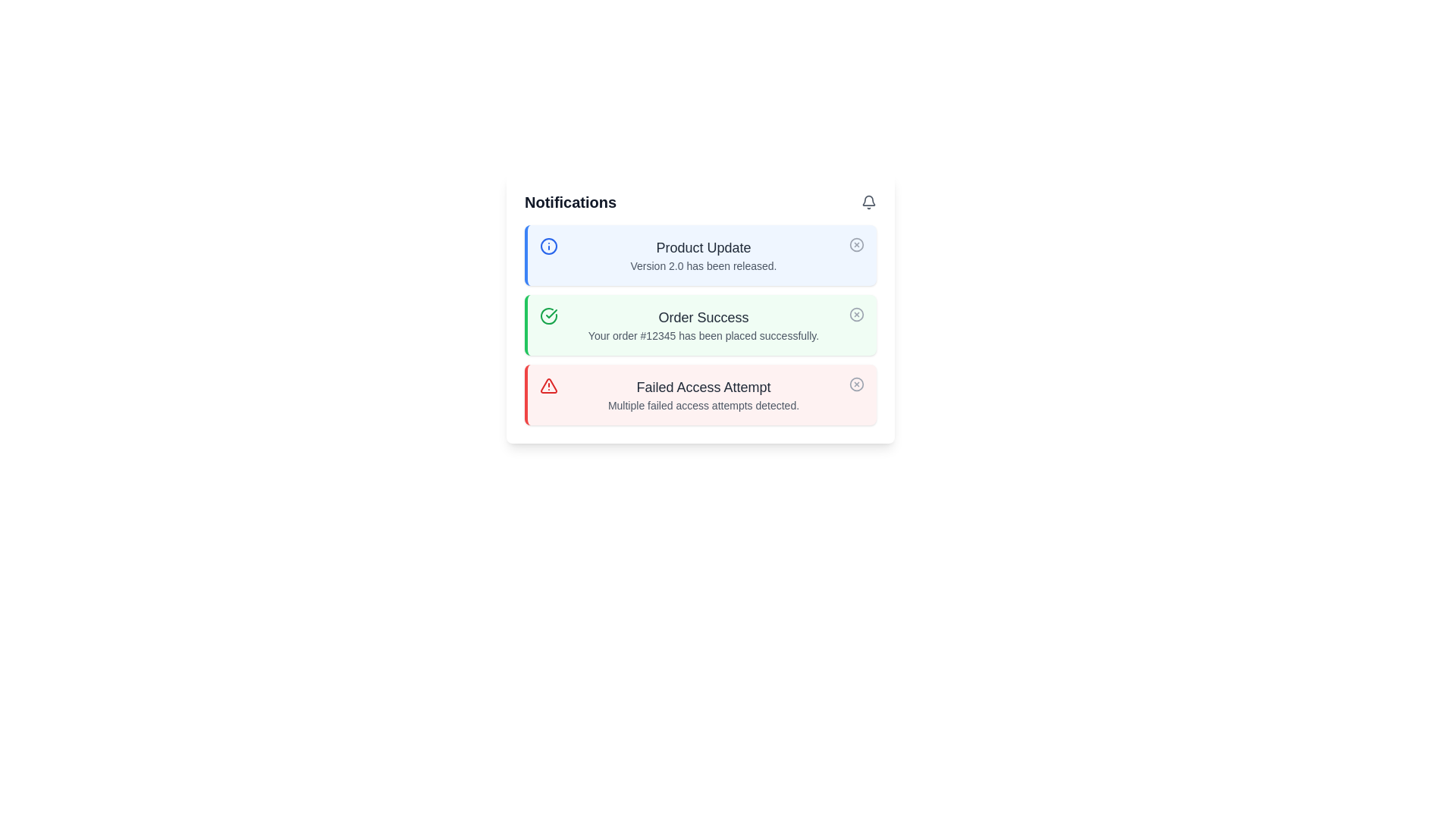 The width and height of the screenshot is (1456, 819). Describe the element at coordinates (702, 265) in the screenshot. I see `the static text label that informs the user about the release of version 2.0 of the product, located under the title 'Product Update' in the notification card` at that location.